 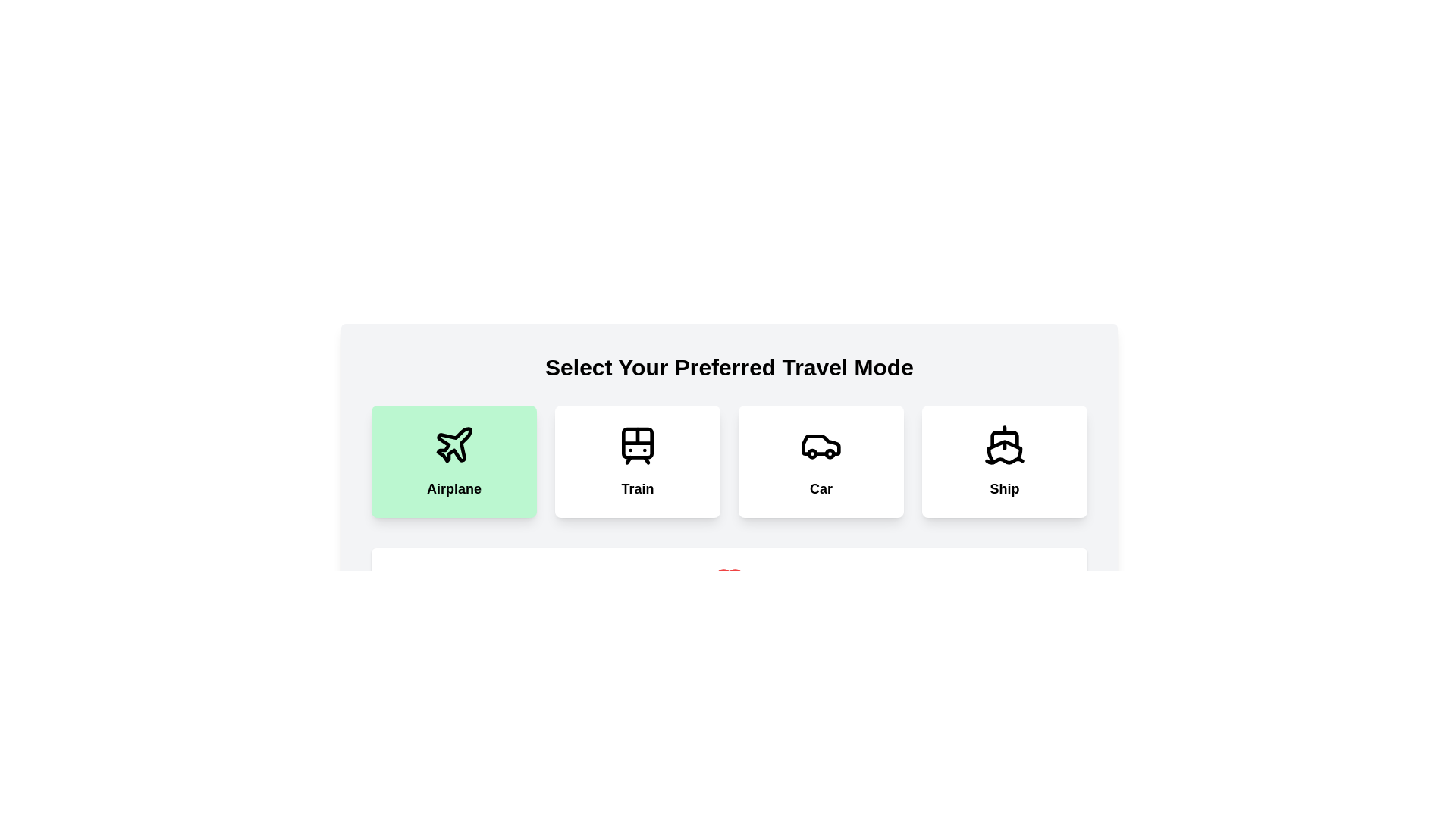 What do you see at coordinates (637, 442) in the screenshot?
I see `the top window section of the tram icon, which is visually represented as a rectangle and corresponds to the 'Train' option in the travel modes` at bounding box center [637, 442].